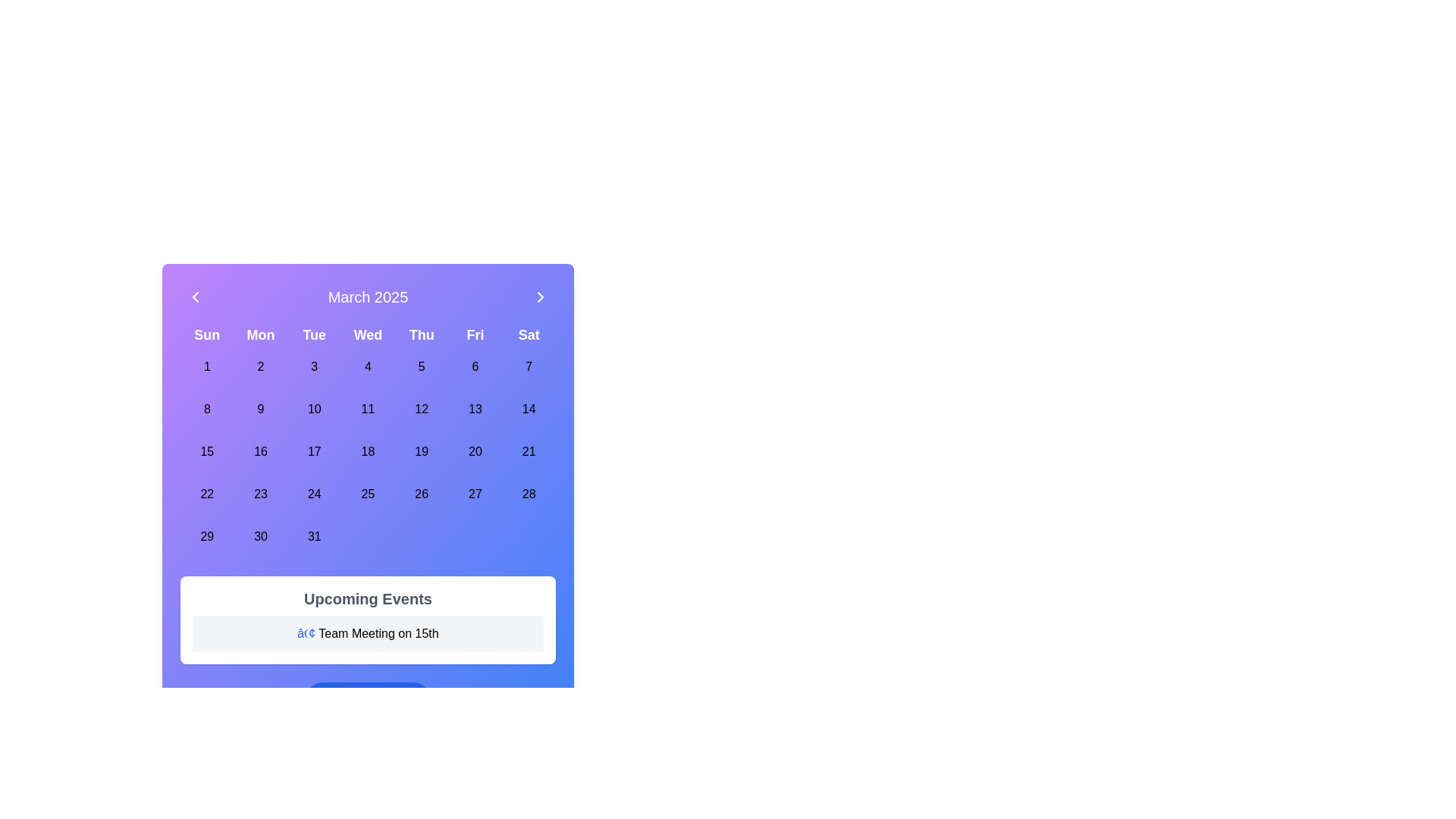 Image resolution: width=1456 pixels, height=819 pixels. Describe the element at coordinates (529, 366) in the screenshot. I see `the button representing the date '7' in the calendar interface` at that location.